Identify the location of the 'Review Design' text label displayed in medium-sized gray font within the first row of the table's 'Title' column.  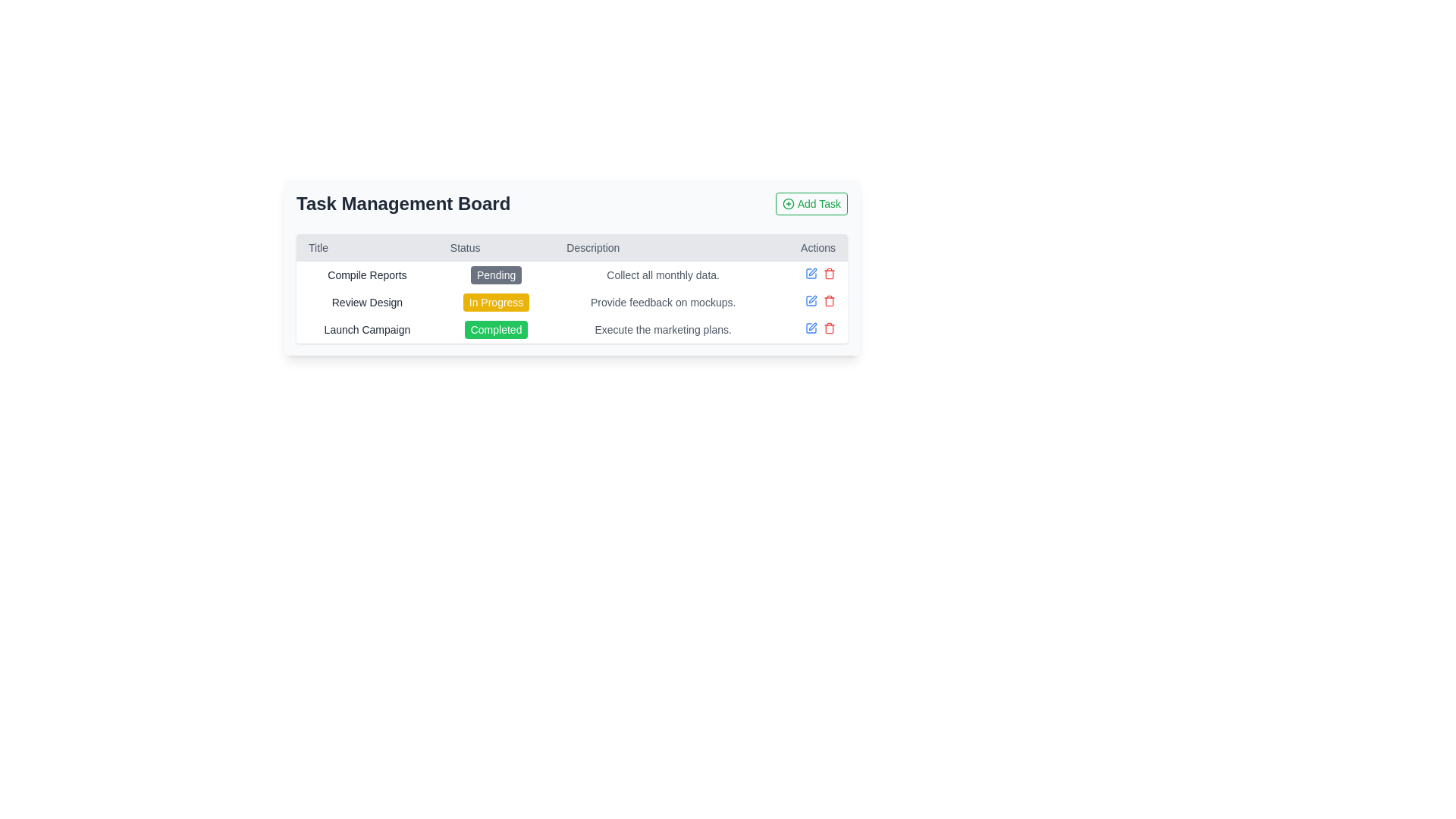
(367, 302).